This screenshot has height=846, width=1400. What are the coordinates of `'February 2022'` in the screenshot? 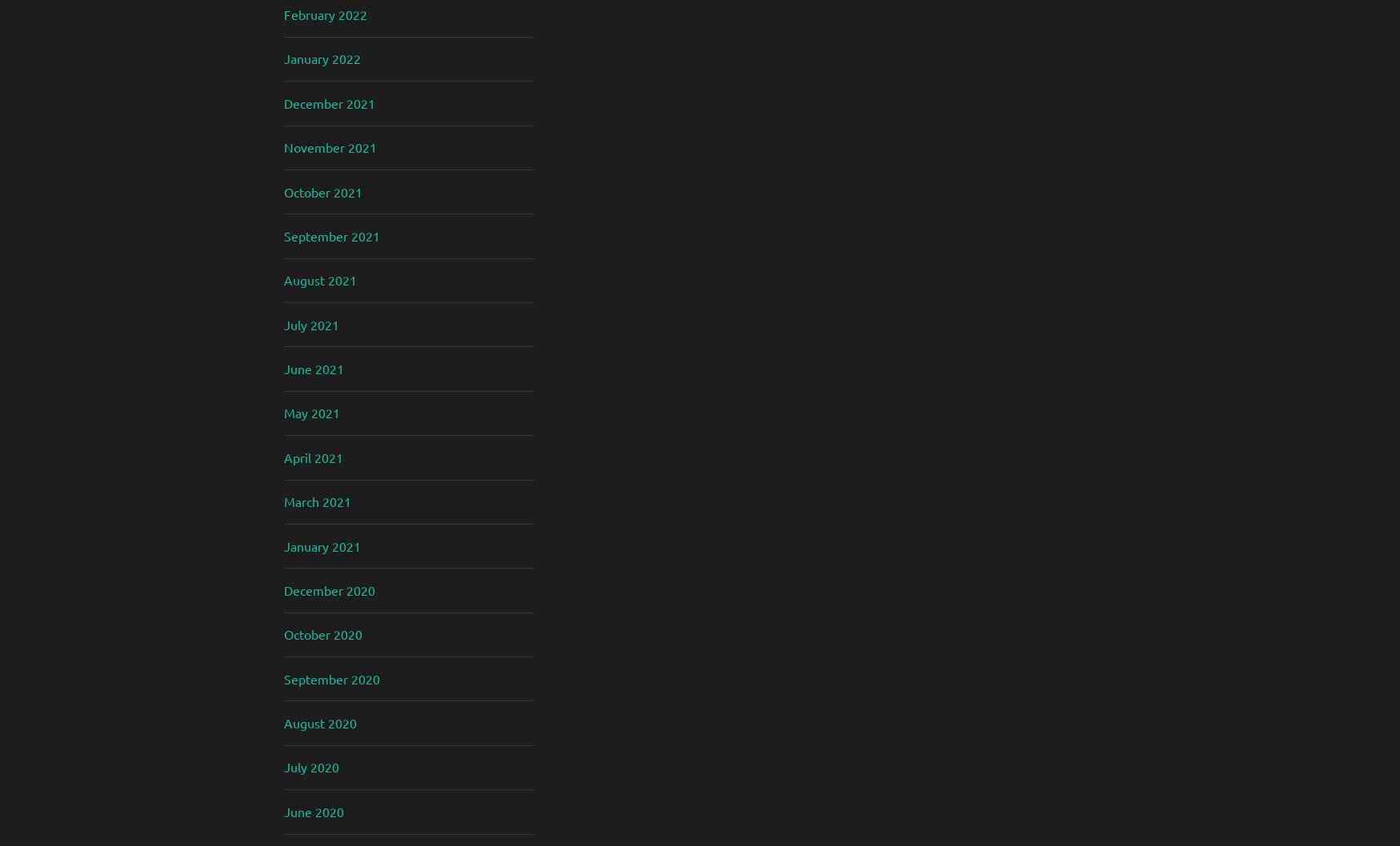 It's located at (325, 14).